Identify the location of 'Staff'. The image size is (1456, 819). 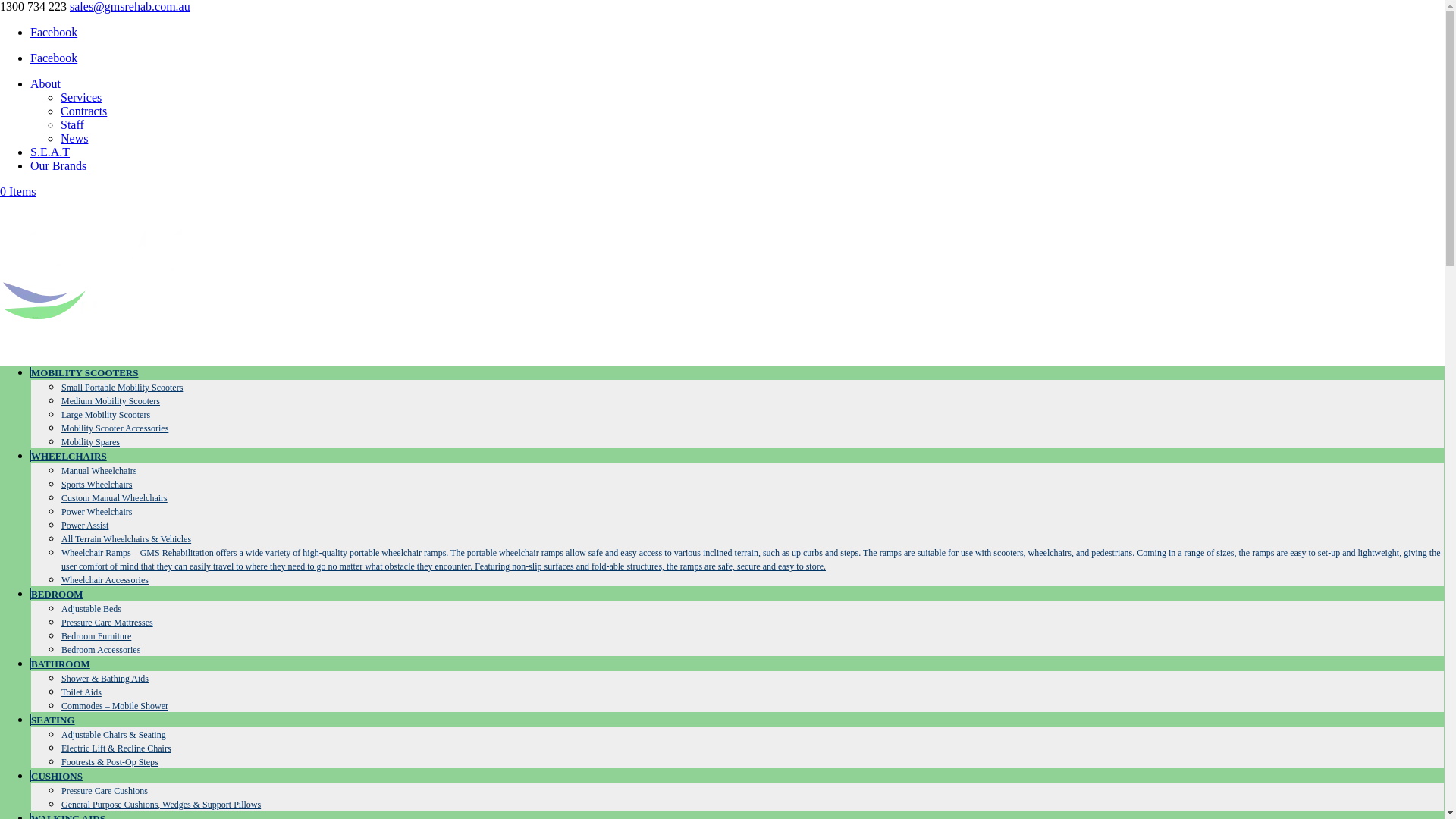
(71, 124).